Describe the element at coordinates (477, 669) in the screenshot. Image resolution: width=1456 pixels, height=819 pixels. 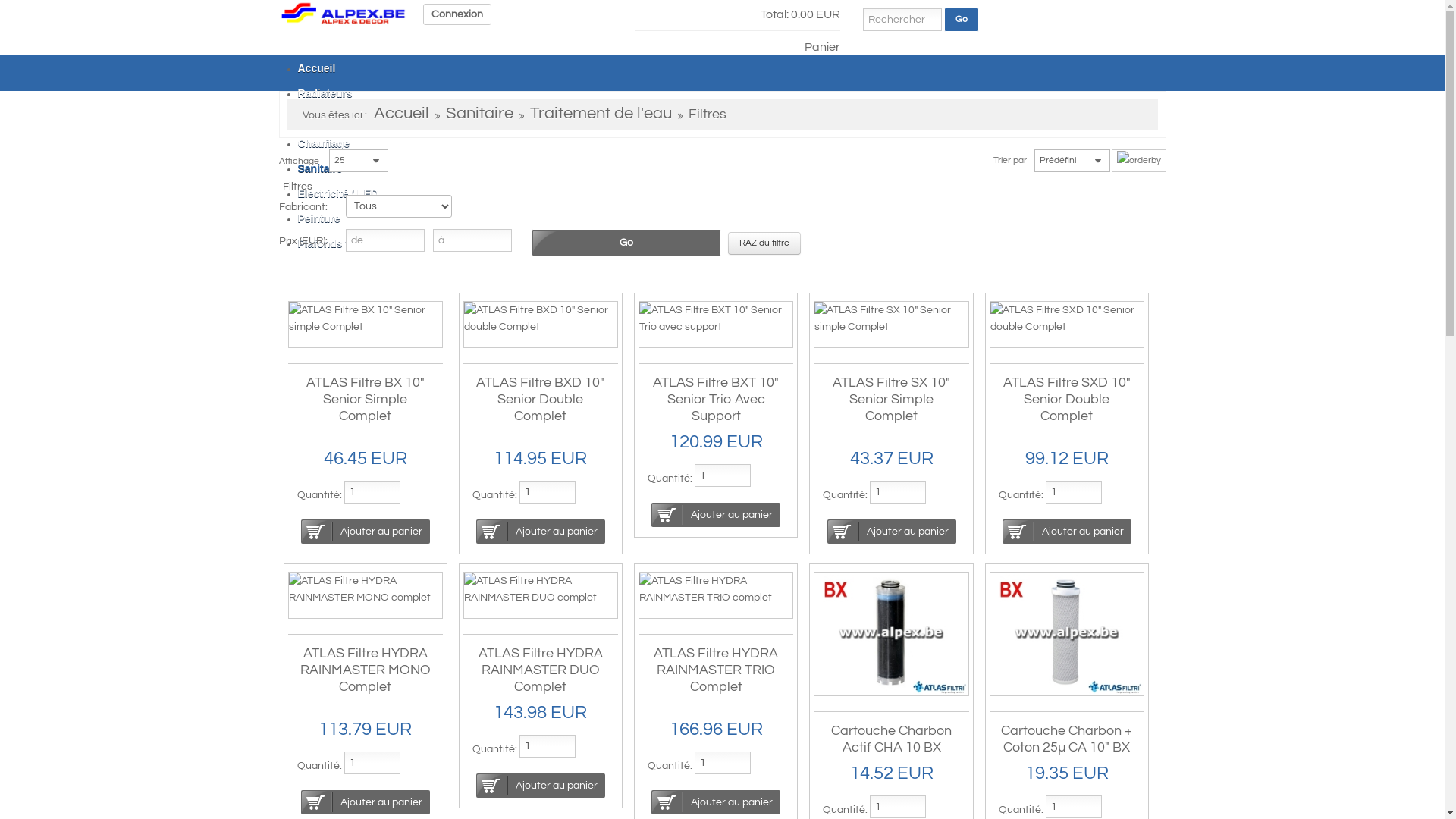
I see `'ATLAS Filtre HYDRA RAINMASTER DUO Complet'` at that location.